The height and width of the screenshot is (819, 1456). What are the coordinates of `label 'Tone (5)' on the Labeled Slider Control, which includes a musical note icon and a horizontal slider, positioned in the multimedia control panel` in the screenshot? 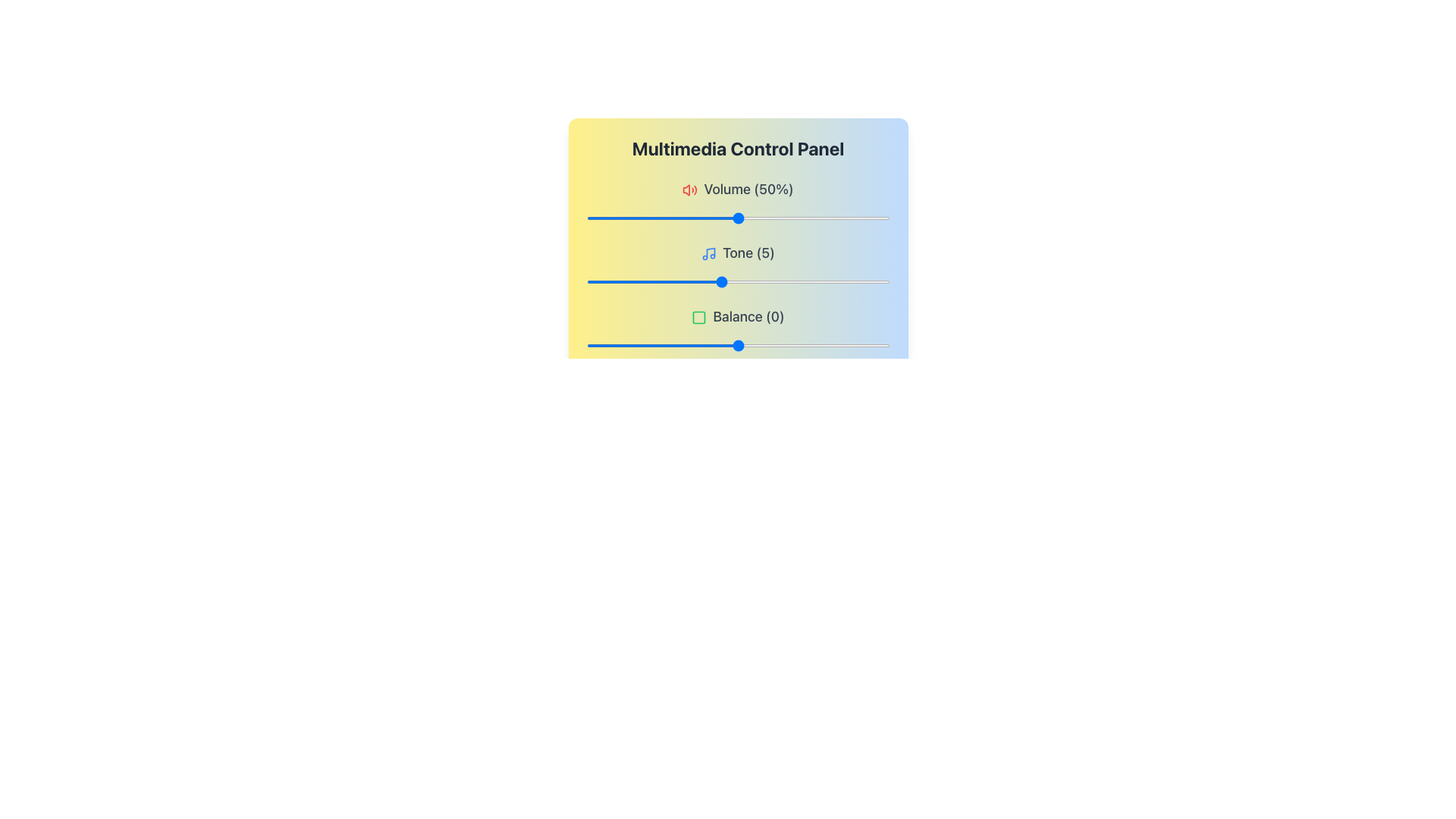 It's located at (738, 265).